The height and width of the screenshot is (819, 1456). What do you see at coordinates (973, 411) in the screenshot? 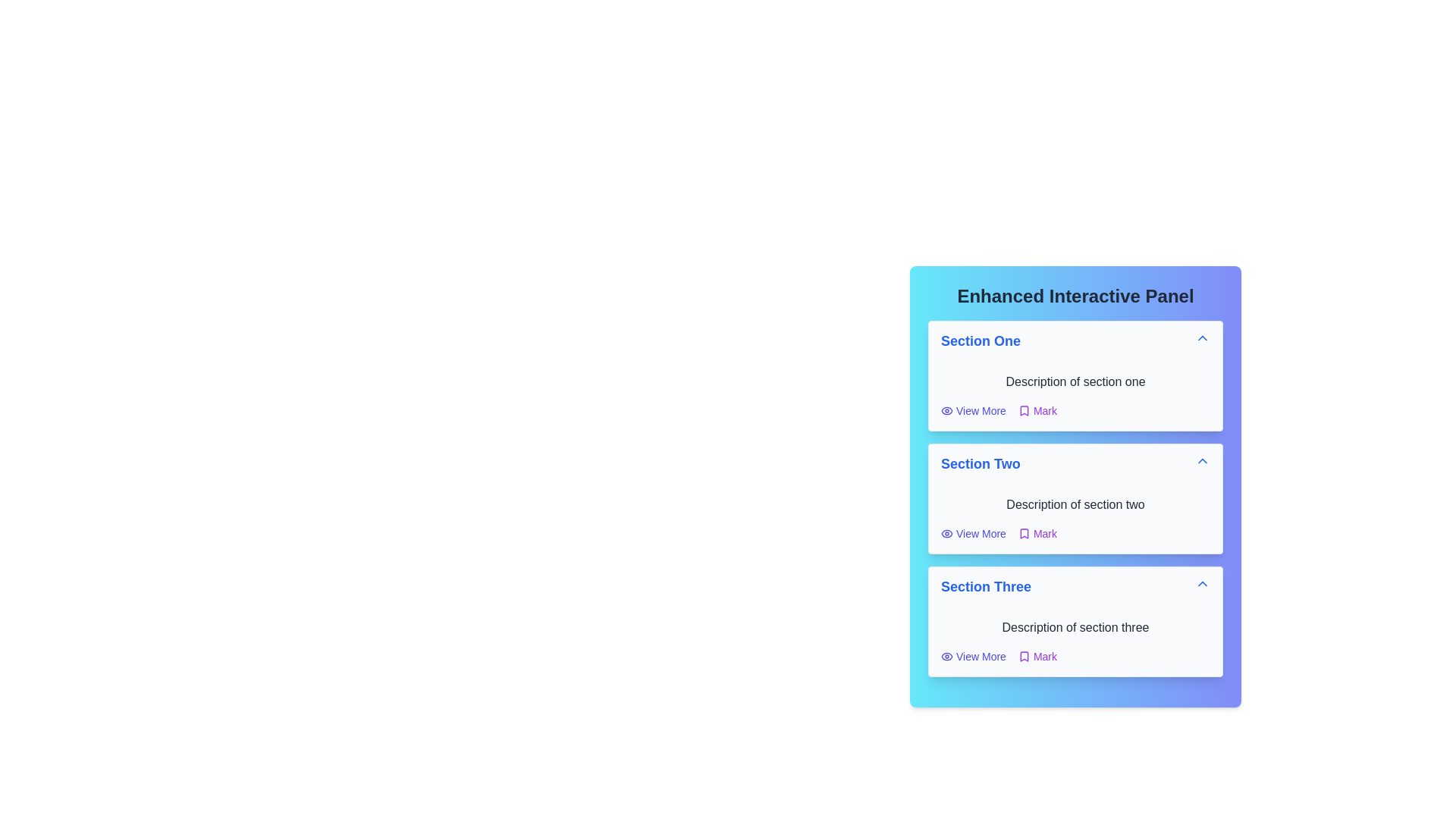
I see `the 'View More' button, which is a clickable text link with an eye icon located under the 'Section One' heading in the enhanced interactive panel` at bounding box center [973, 411].